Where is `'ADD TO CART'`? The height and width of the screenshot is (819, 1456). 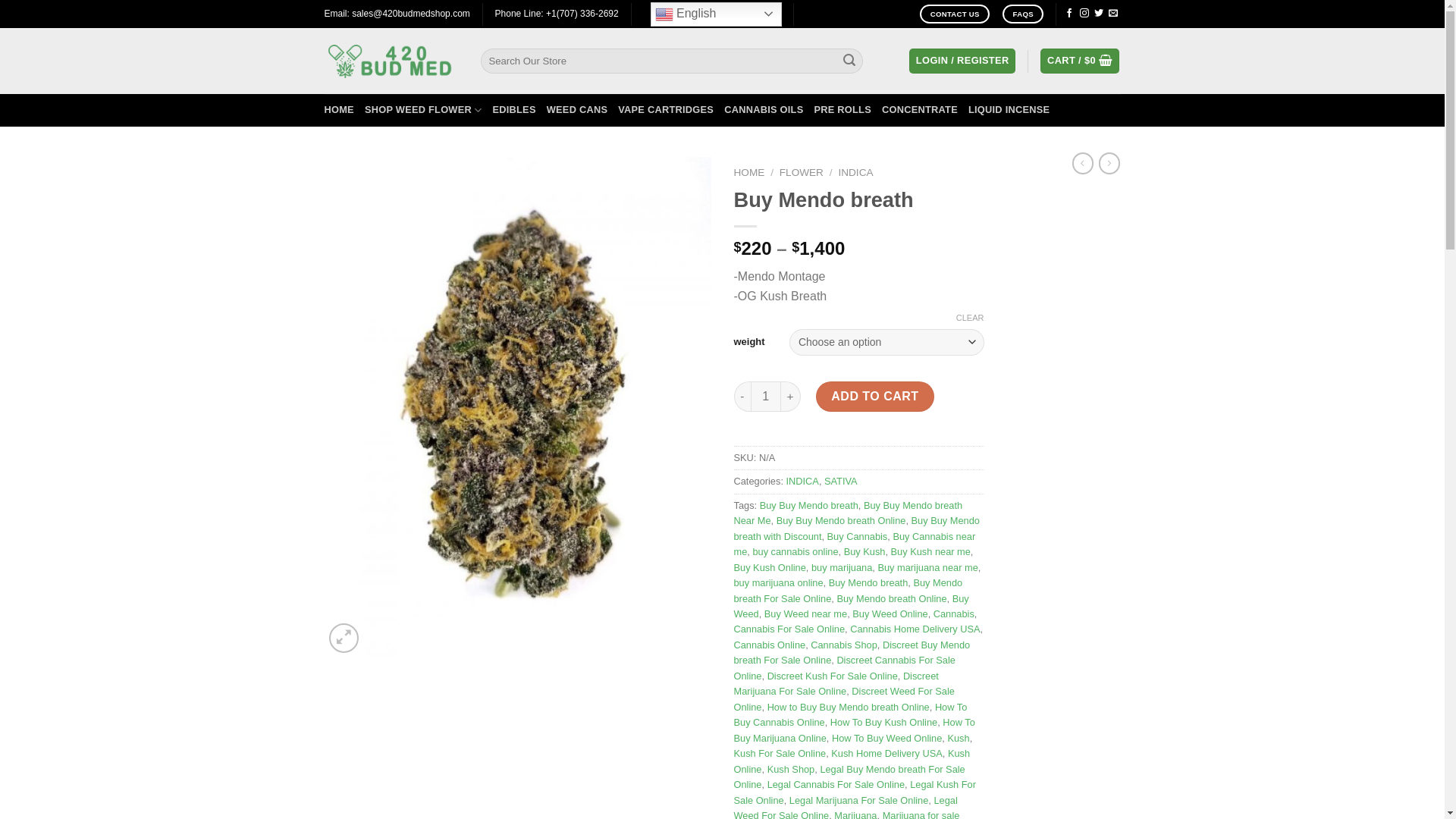 'ADD TO CART' is located at coordinates (874, 396).